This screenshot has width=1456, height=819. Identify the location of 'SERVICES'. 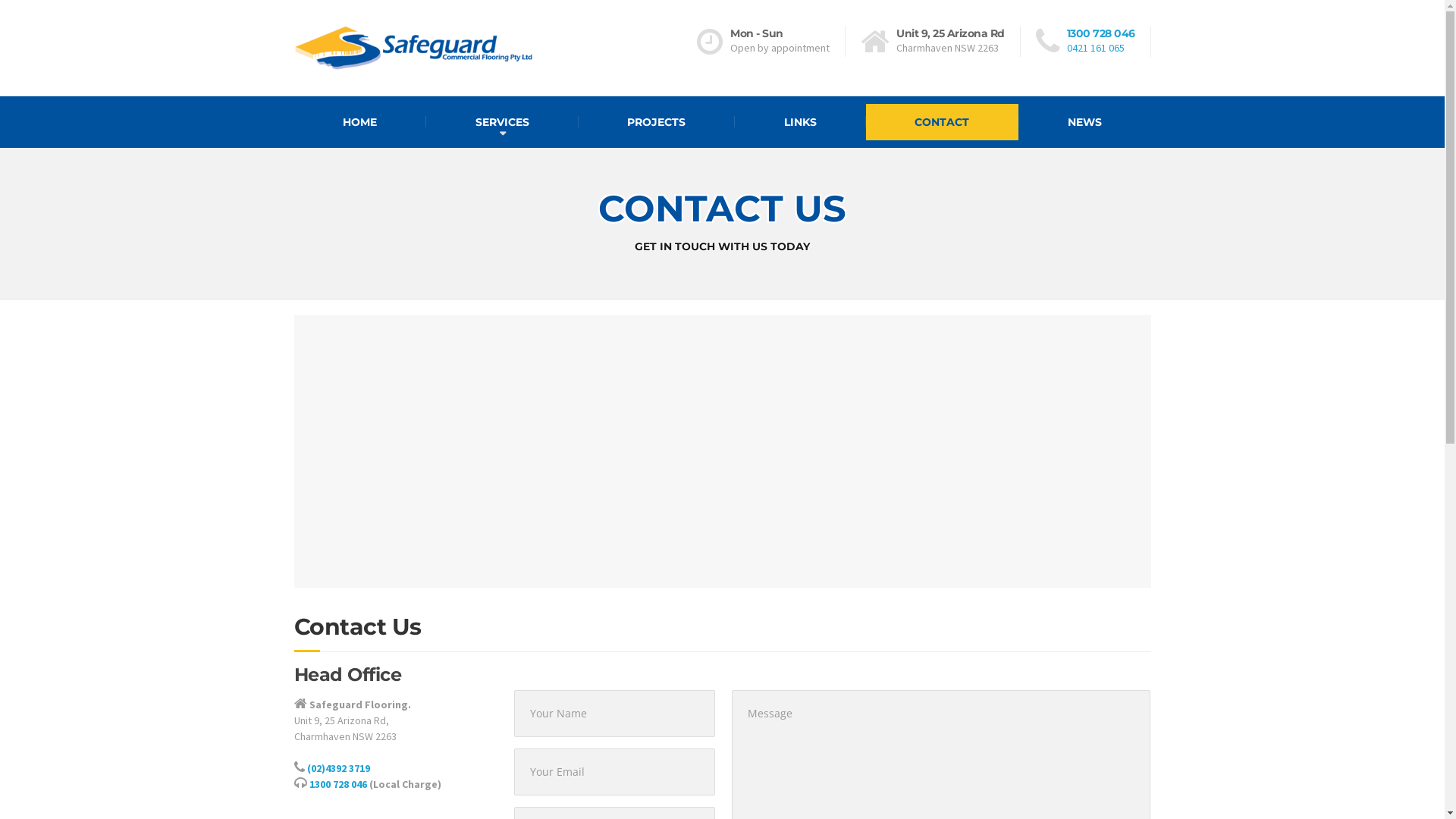
(502, 121).